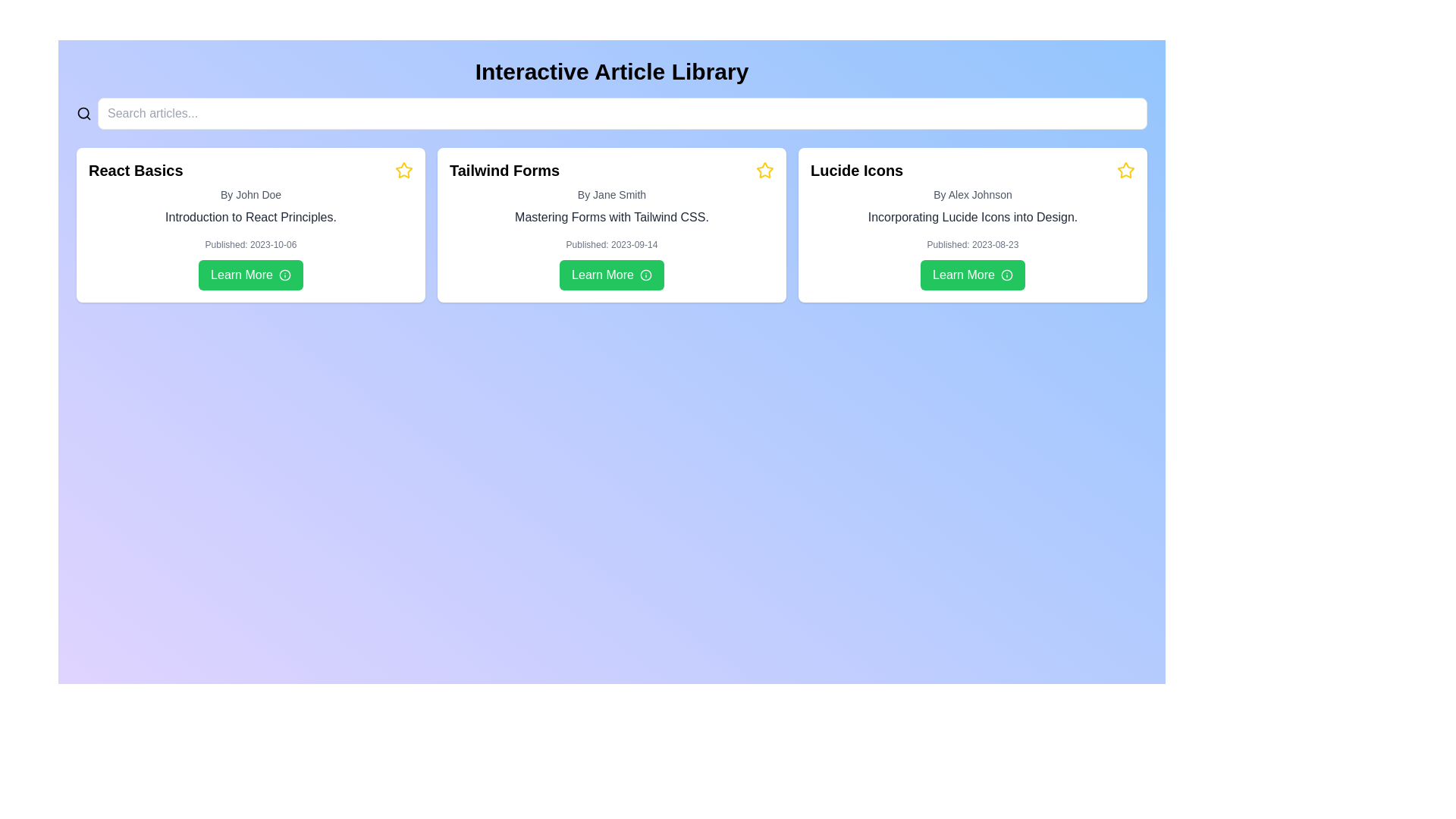 The height and width of the screenshot is (819, 1456). I want to click on the button located at the bottom center of the 'Lucide Icons' card, so click(972, 275).